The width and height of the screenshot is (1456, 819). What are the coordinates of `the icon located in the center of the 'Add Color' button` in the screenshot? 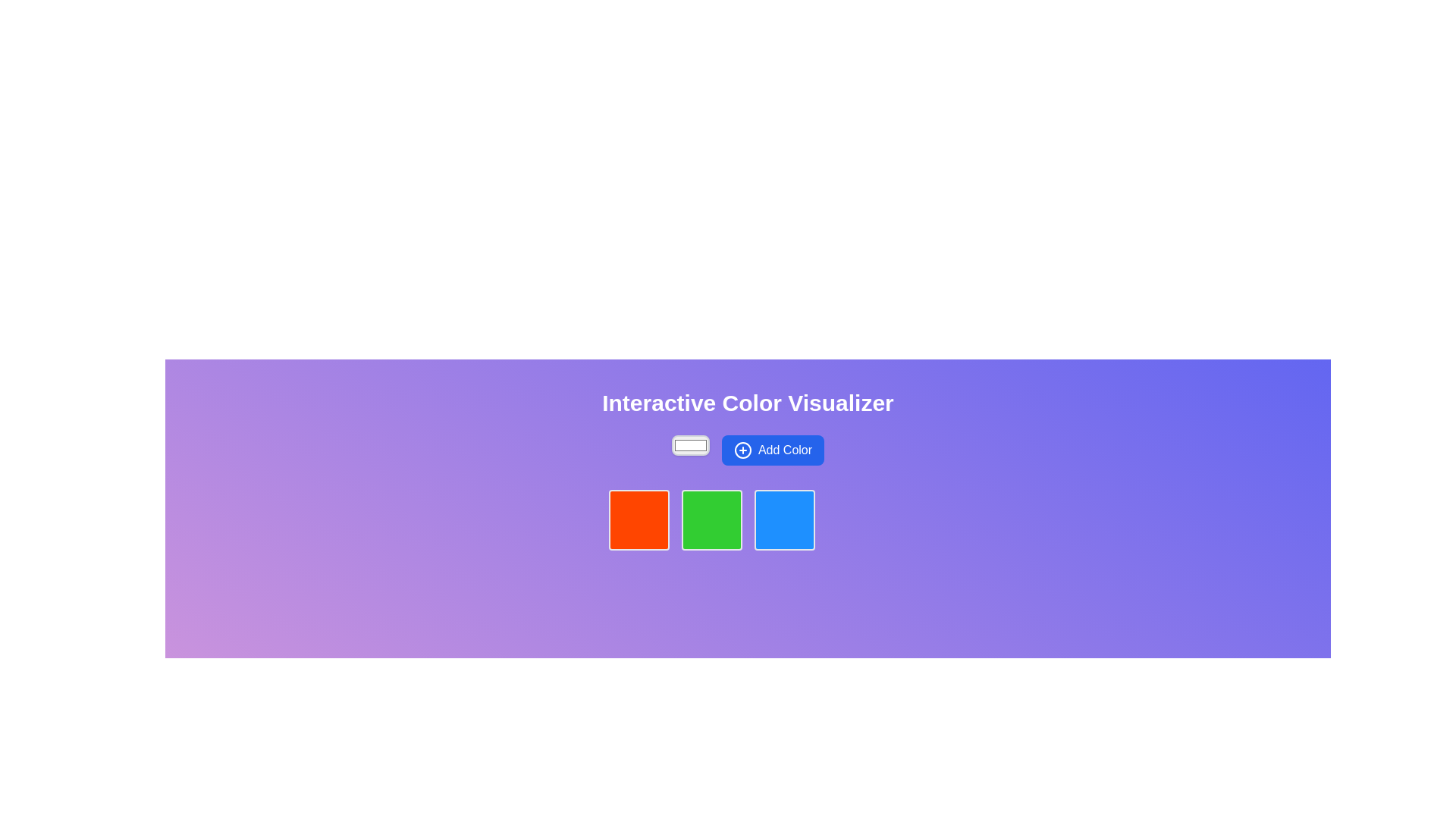 It's located at (742, 450).